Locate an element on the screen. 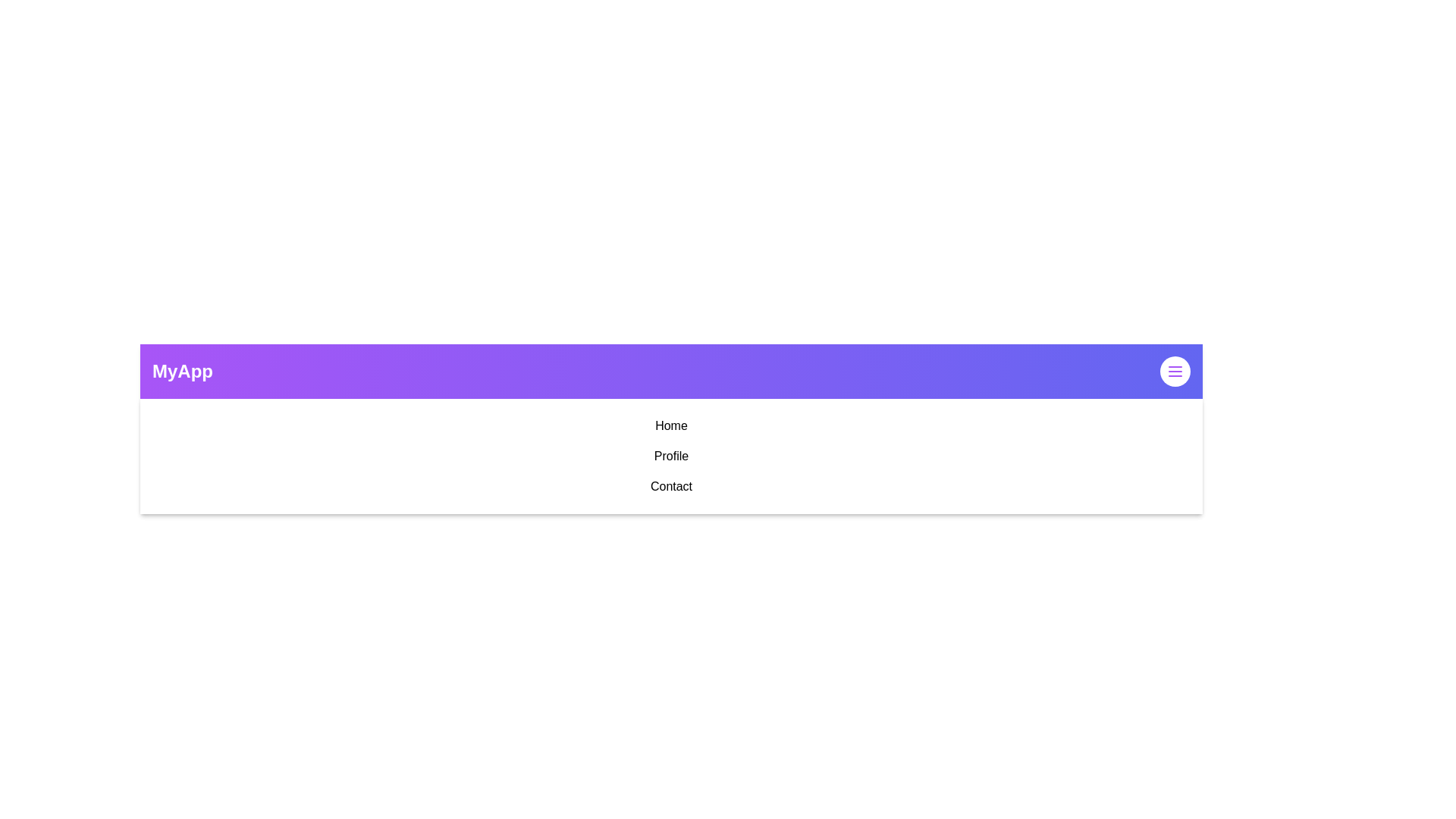 This screenshot has width=1456, height=819. the 'Contact' menu item is located at coordinates (670, 486).